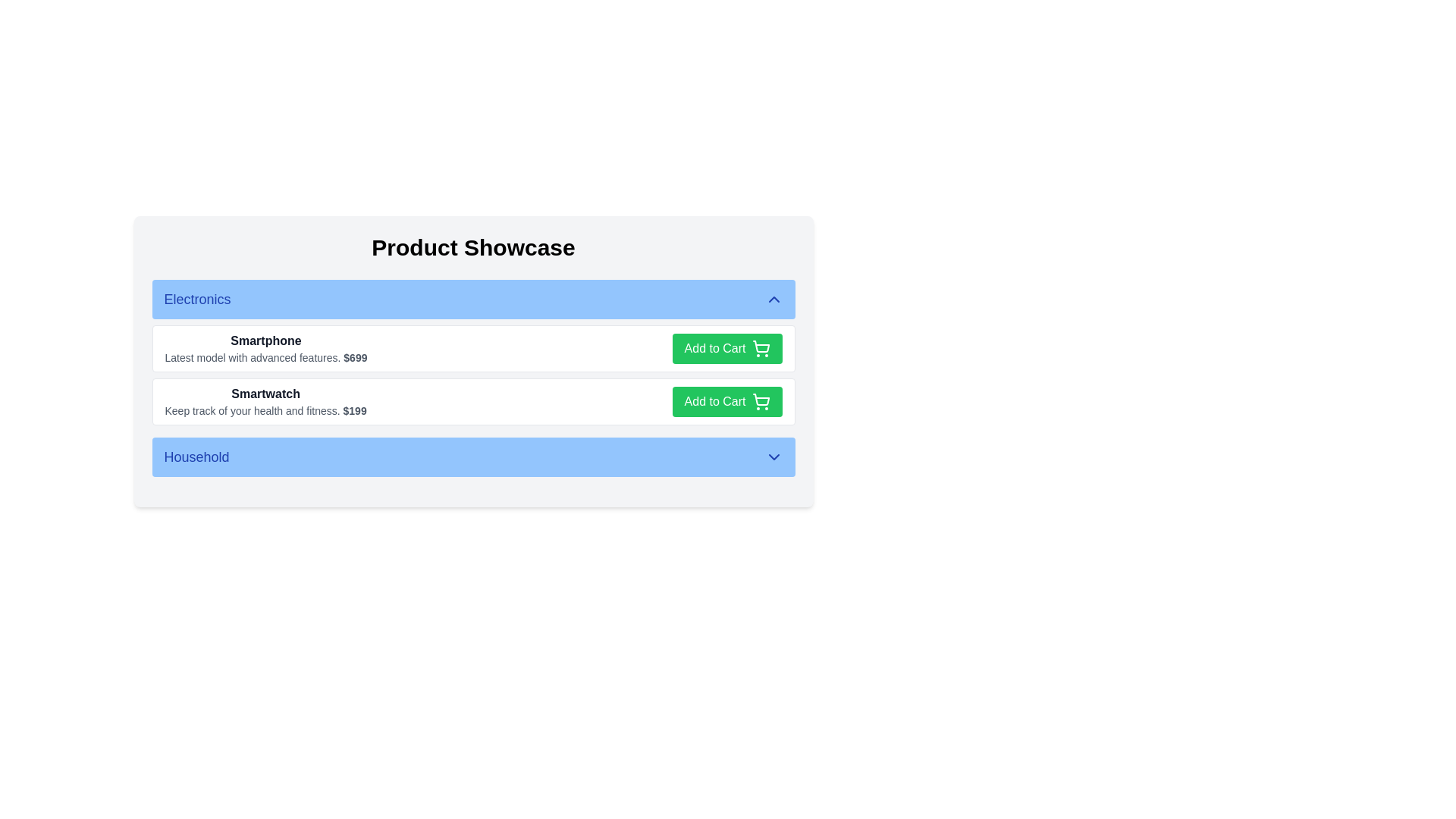 The image size is (1456, 819). What do you see at coordinates (354, 411) in the screenshot?
I see `text value of the price label displaying '$199' for the 'Smartwatch' product, which is located at the end of the description in the 'Electronics' section of the 'Product Showcase'` at bounding box center [354, 411].